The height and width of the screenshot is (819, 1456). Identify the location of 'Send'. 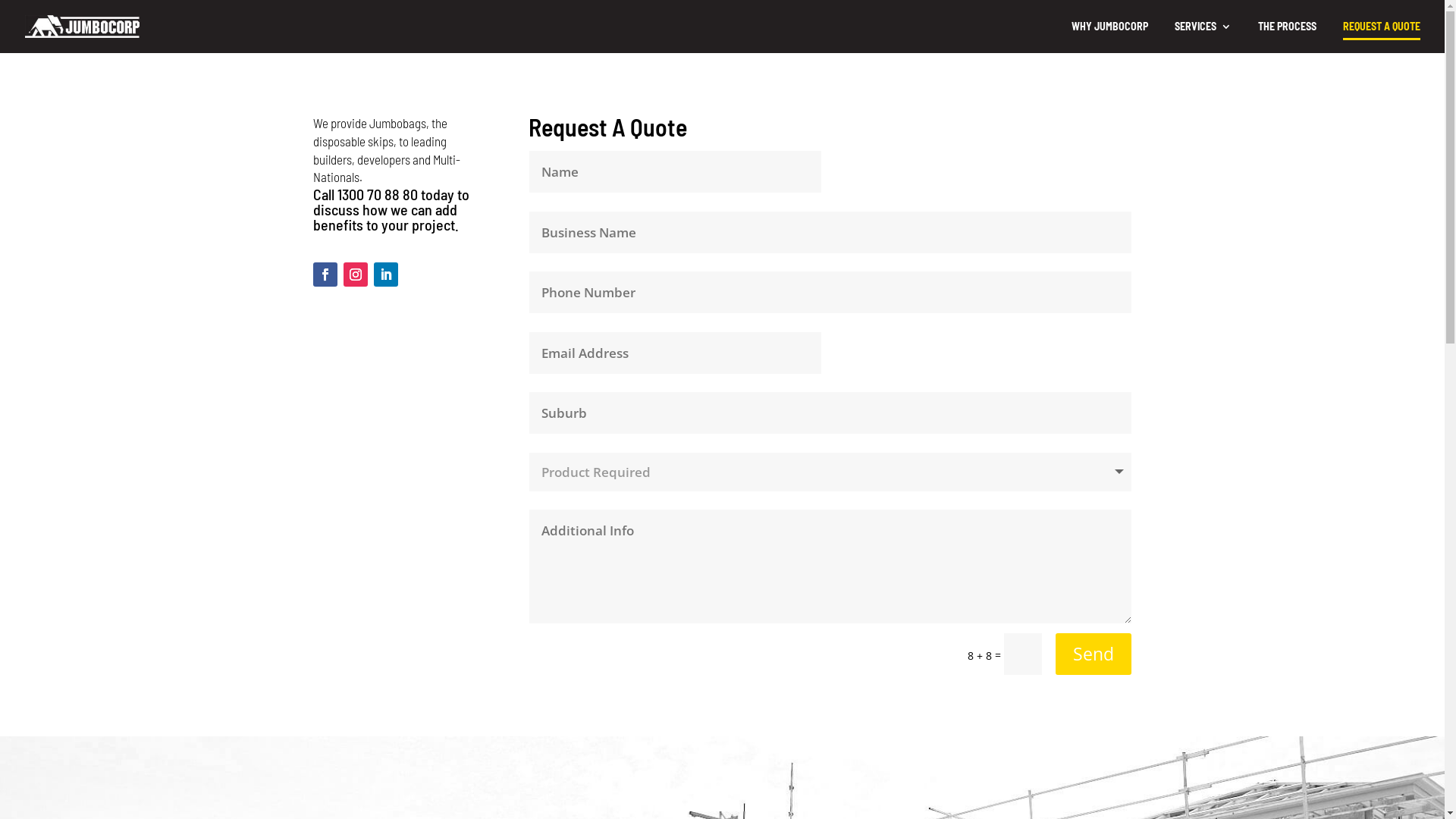
(1093, 653).